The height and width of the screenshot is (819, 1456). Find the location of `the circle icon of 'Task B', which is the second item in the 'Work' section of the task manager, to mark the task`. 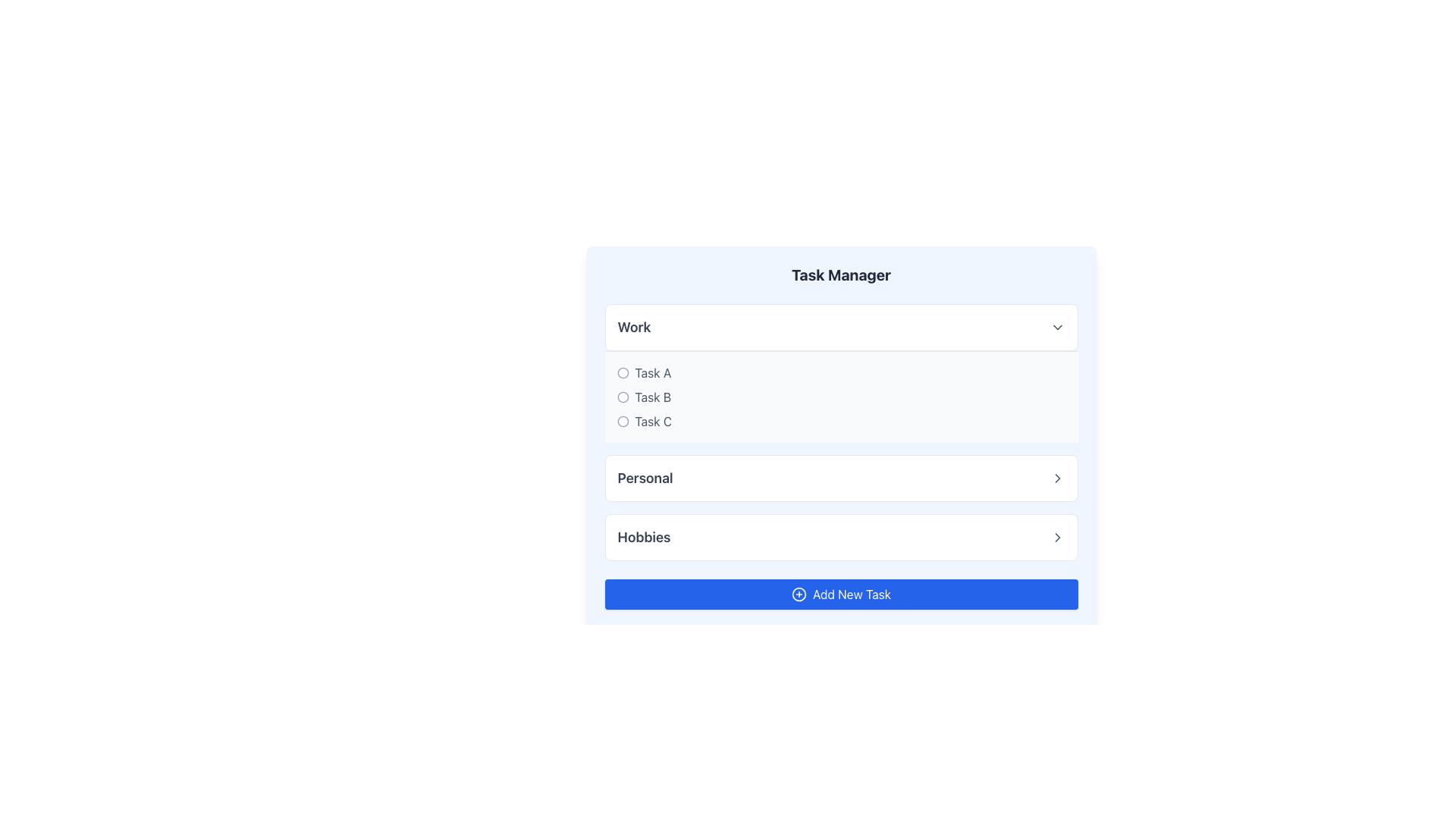

the circle icon of 'Task B', which is the second item in the 'Work' section of the task manager, to mark the task is located at coordinates (840, 397).